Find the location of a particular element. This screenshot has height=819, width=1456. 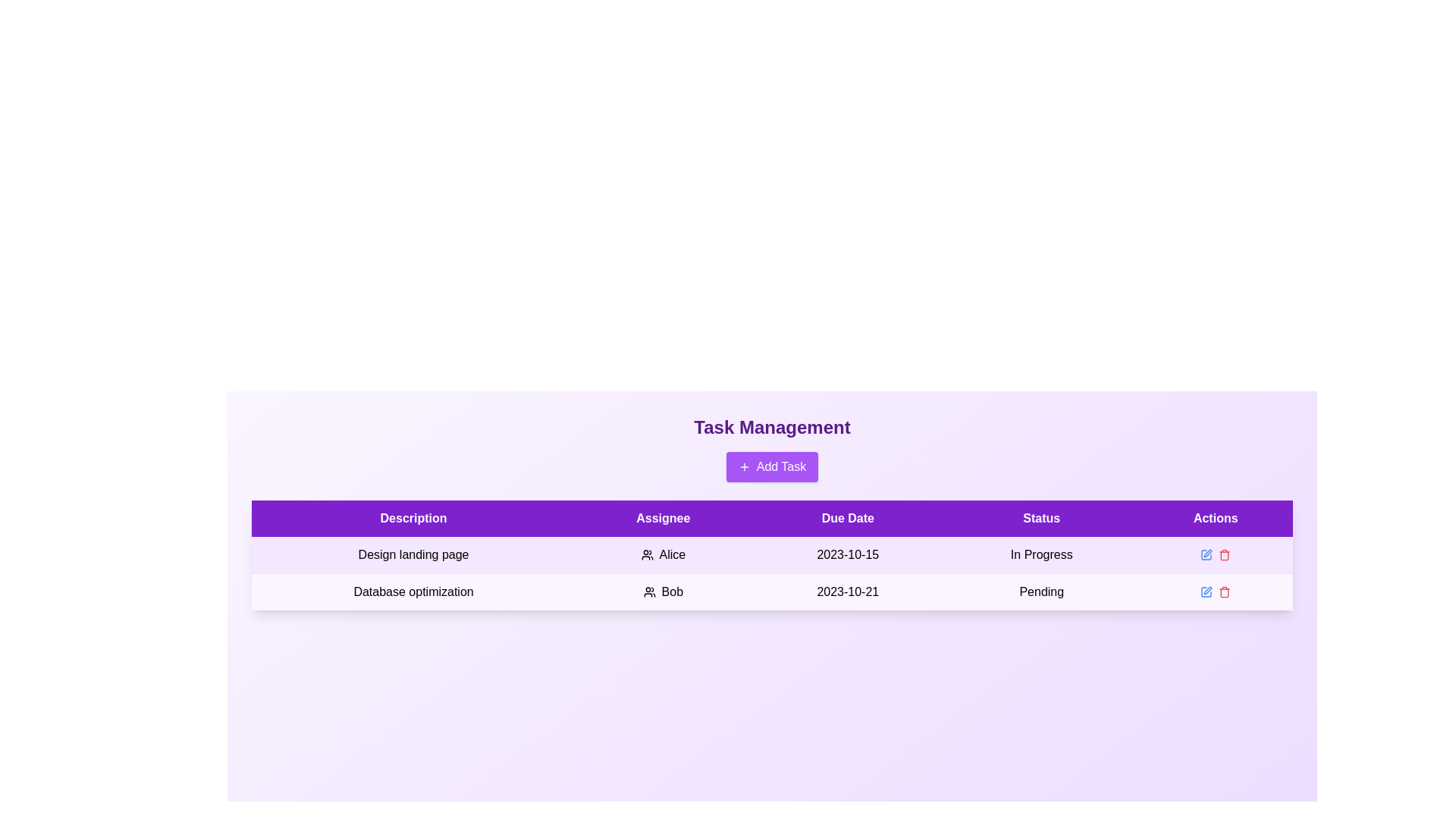

the small pen icon button in the Actions column of the second row of the table is located at coordinates (1207, 553).